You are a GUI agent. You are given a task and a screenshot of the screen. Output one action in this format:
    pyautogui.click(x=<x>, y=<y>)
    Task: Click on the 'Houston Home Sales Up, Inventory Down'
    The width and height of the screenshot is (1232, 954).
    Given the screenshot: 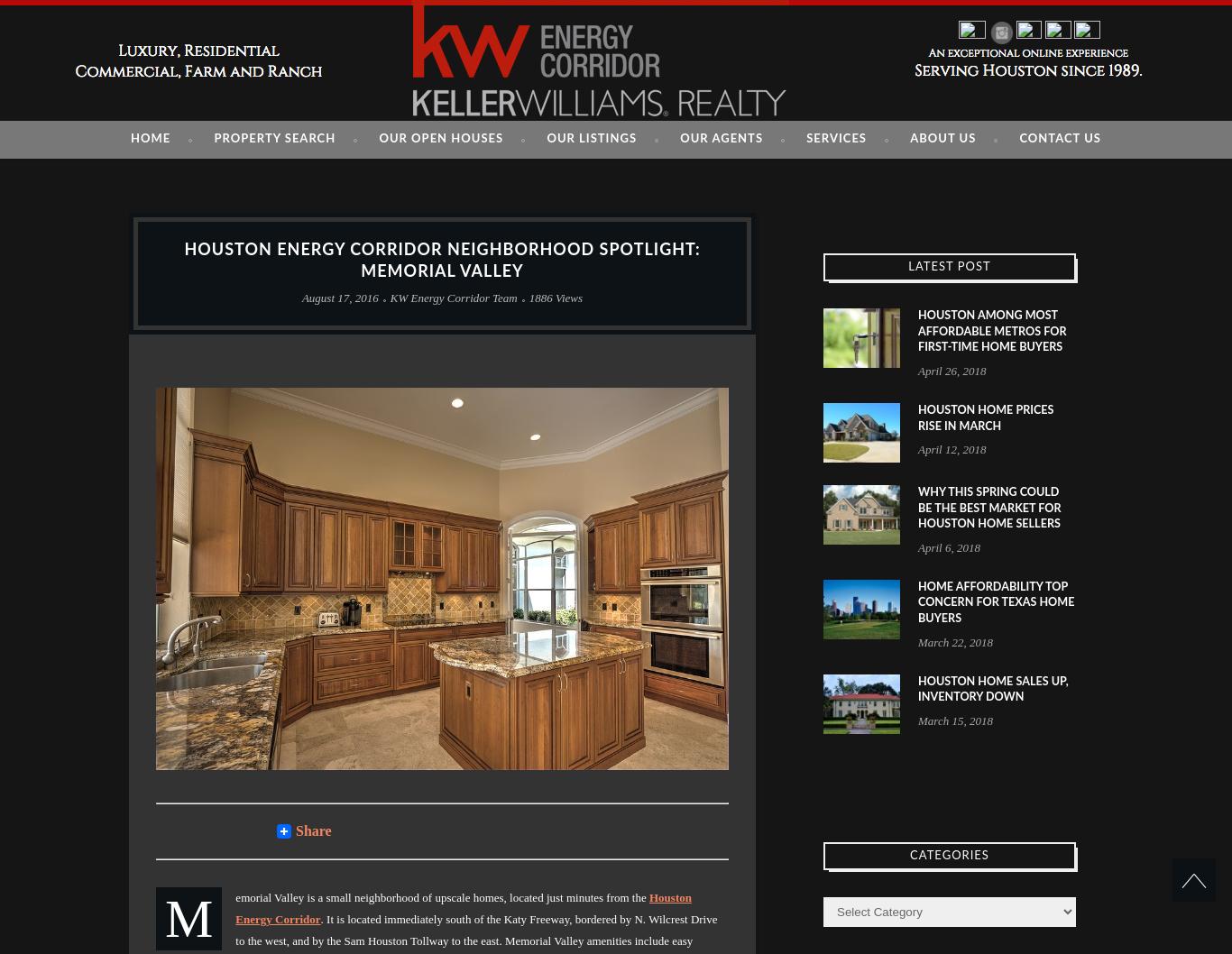 What is the action you would take?
    pyautogui.click(x=917, y=688)
    